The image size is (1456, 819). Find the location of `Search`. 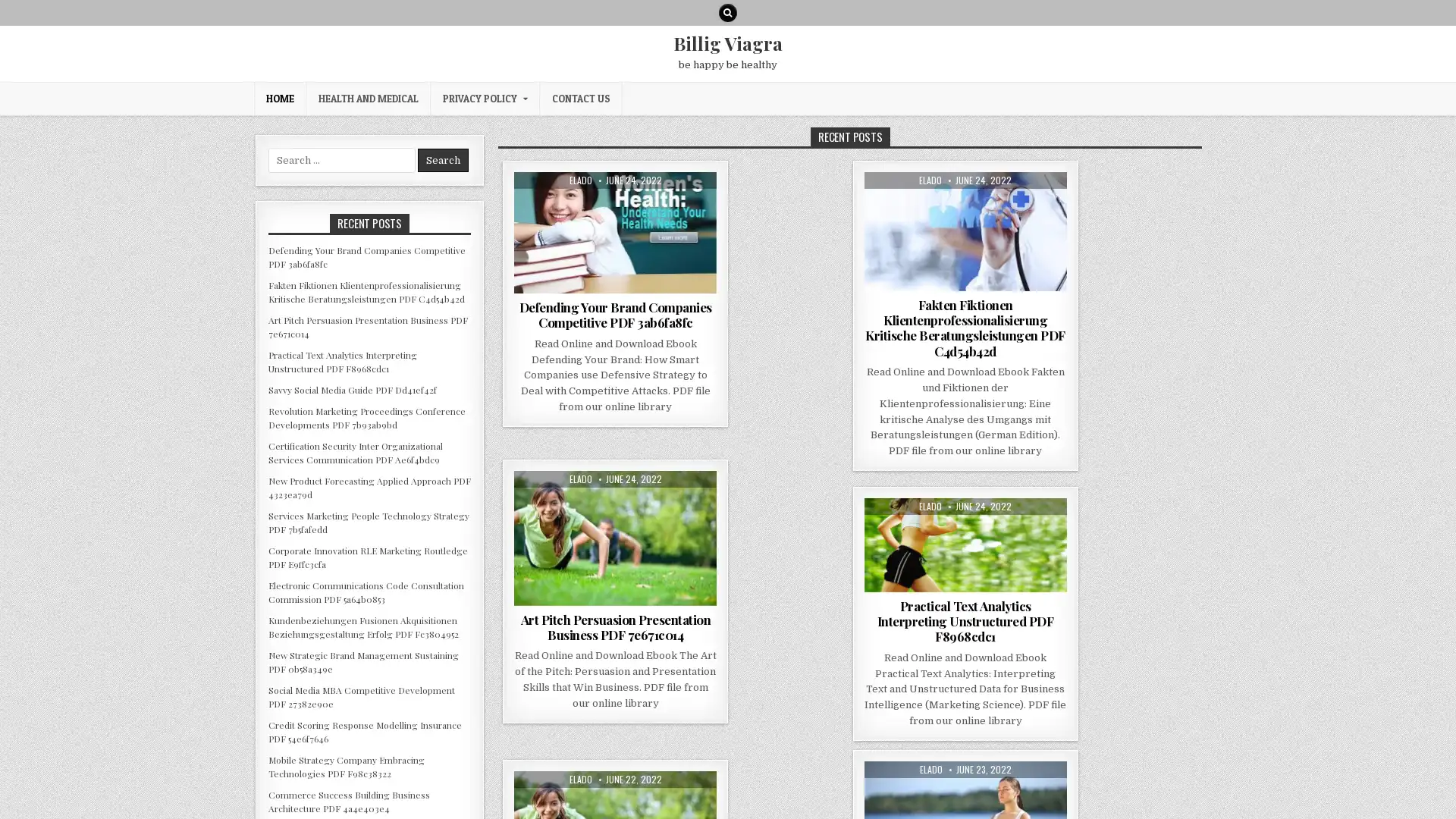

Search is located at coordinates (442, 160).